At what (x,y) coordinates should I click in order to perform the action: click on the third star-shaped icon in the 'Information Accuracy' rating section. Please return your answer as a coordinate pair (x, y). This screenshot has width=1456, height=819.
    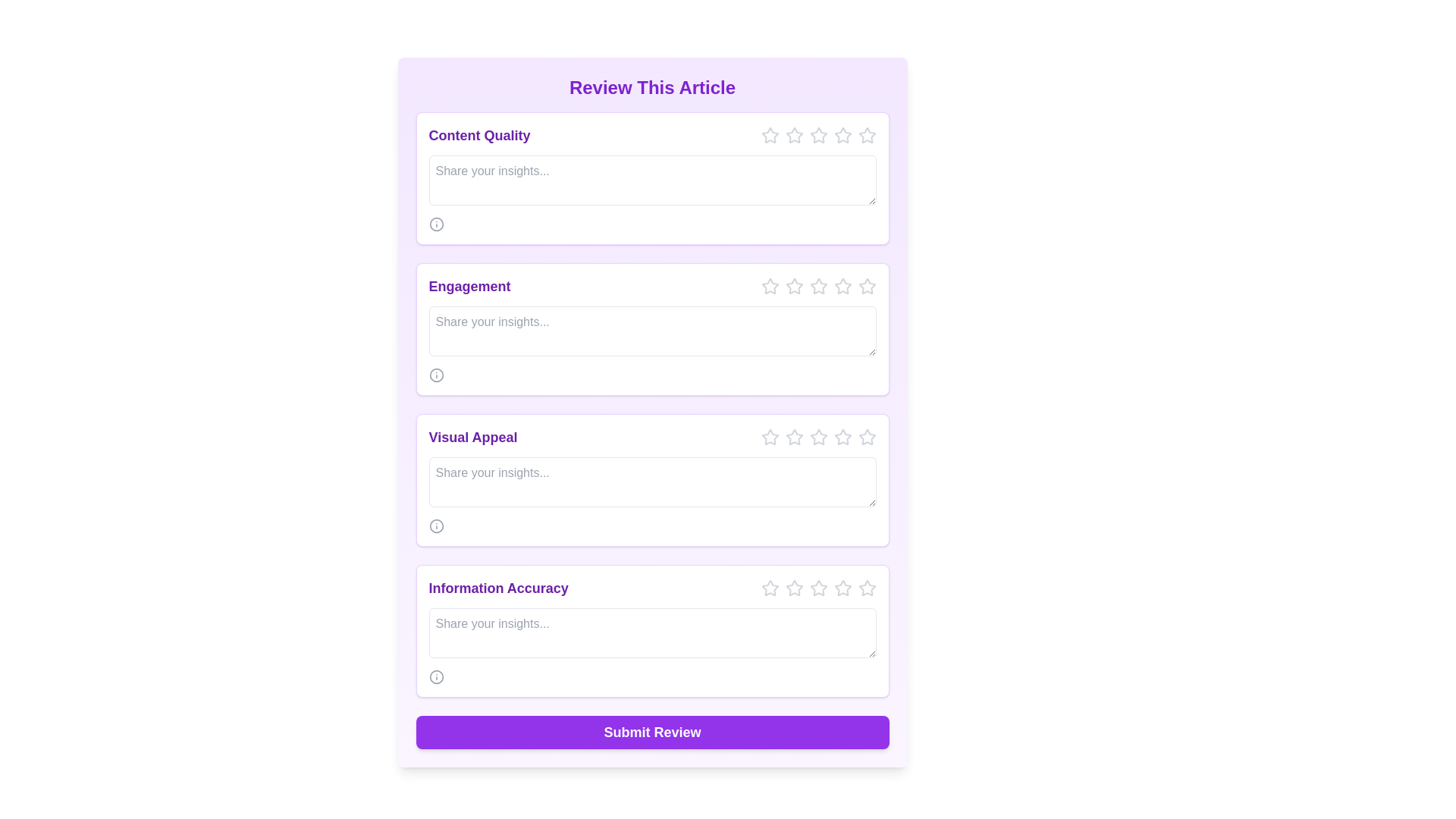
    Looking at the image, I should click on (793, 587).